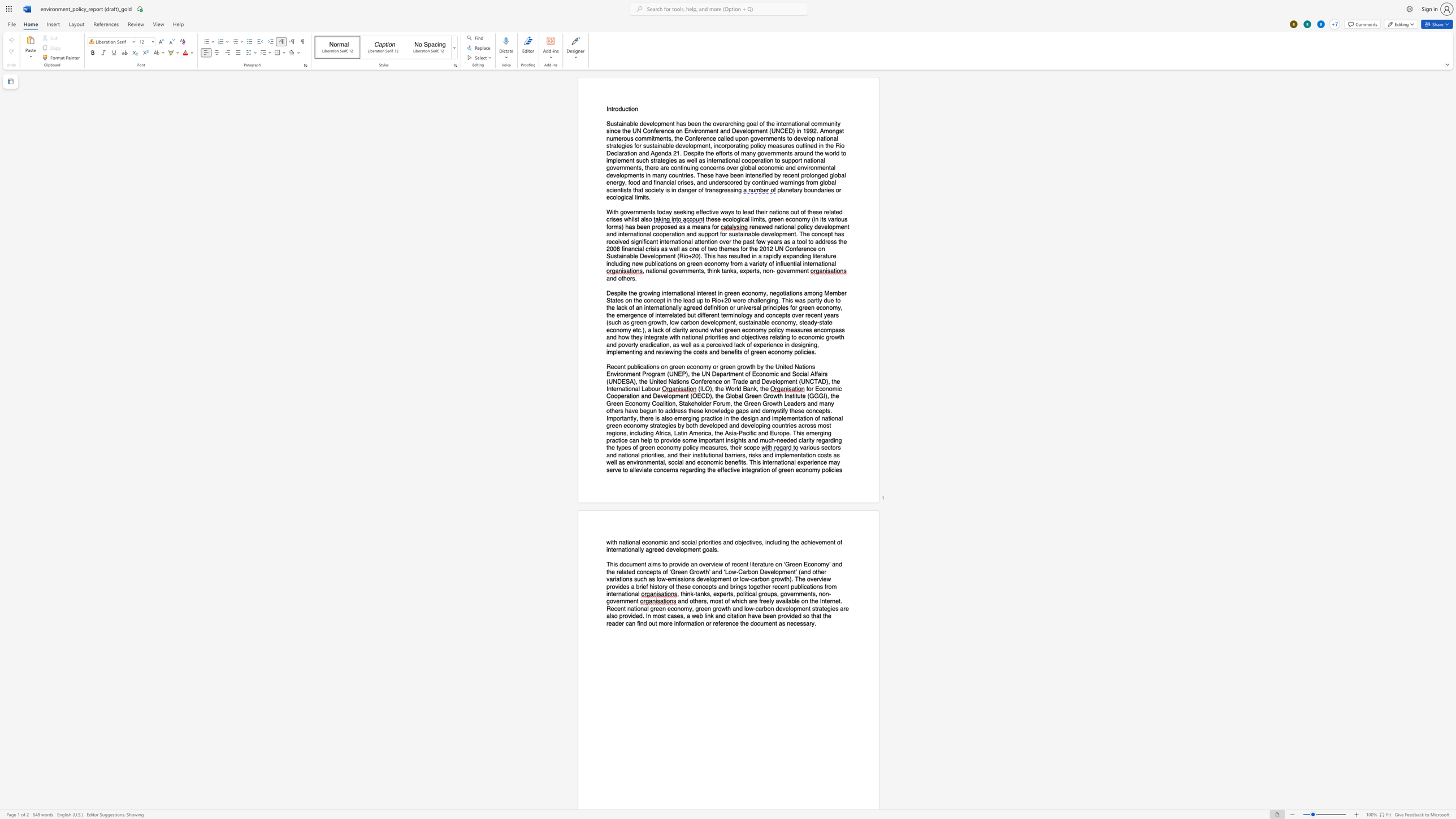 The height and width of the screenshot is (819, 1456). I want to click on the space between the continuous character "h" and "a" in the text, so click(679, 123).